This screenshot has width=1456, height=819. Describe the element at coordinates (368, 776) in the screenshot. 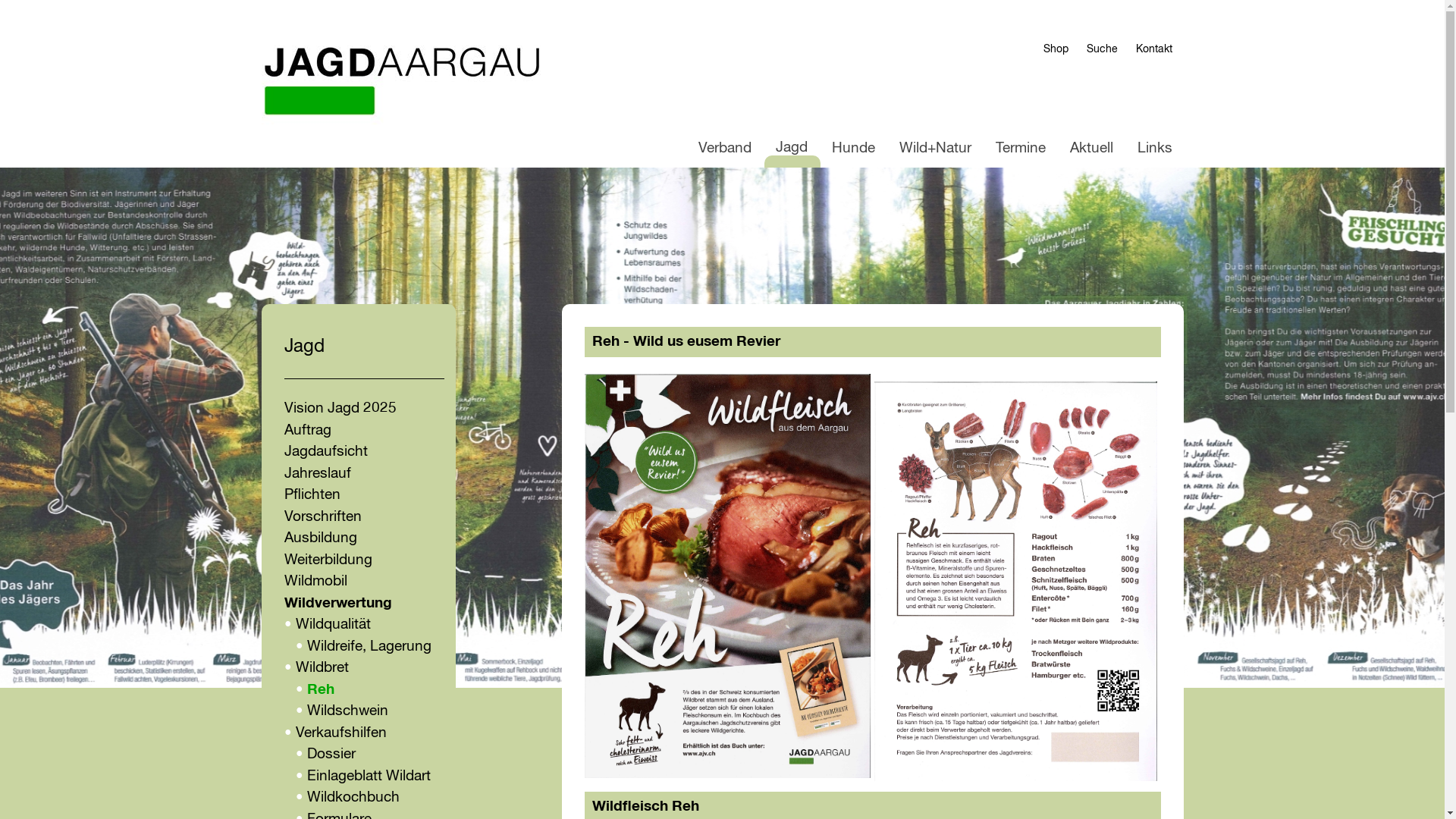

I see `'Einlageblatt Wildart'` at that location.